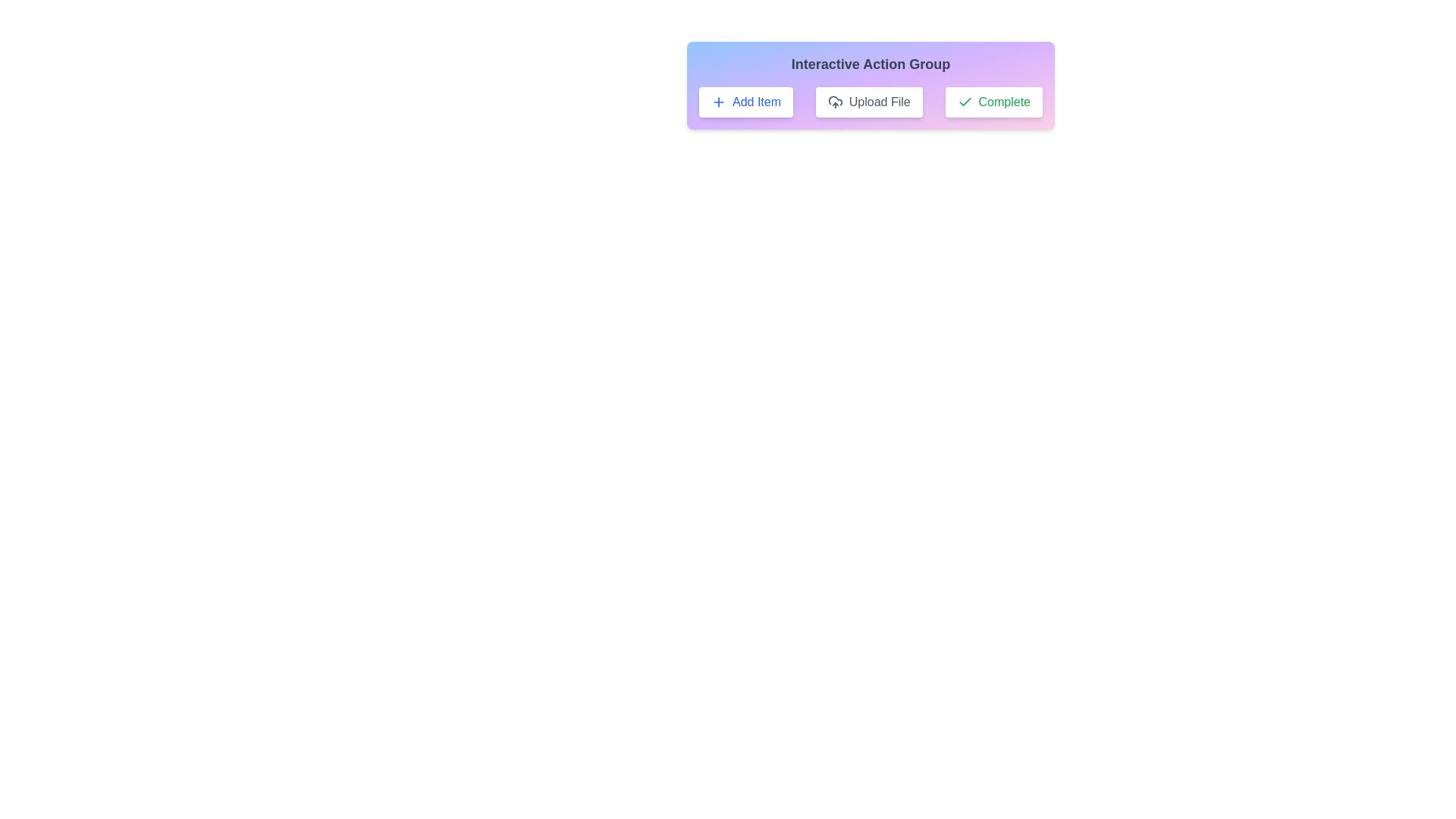 The image size is (1456, 819). What do you see at coordinates (964, 102) in the screenshot?
I see `the checkmark icon, which is located at the center of the 'Complete' button, designed with a green stroke and rounded end, positioned on the rightmost side of a group of three buttons` at bounding box center [964, 102].